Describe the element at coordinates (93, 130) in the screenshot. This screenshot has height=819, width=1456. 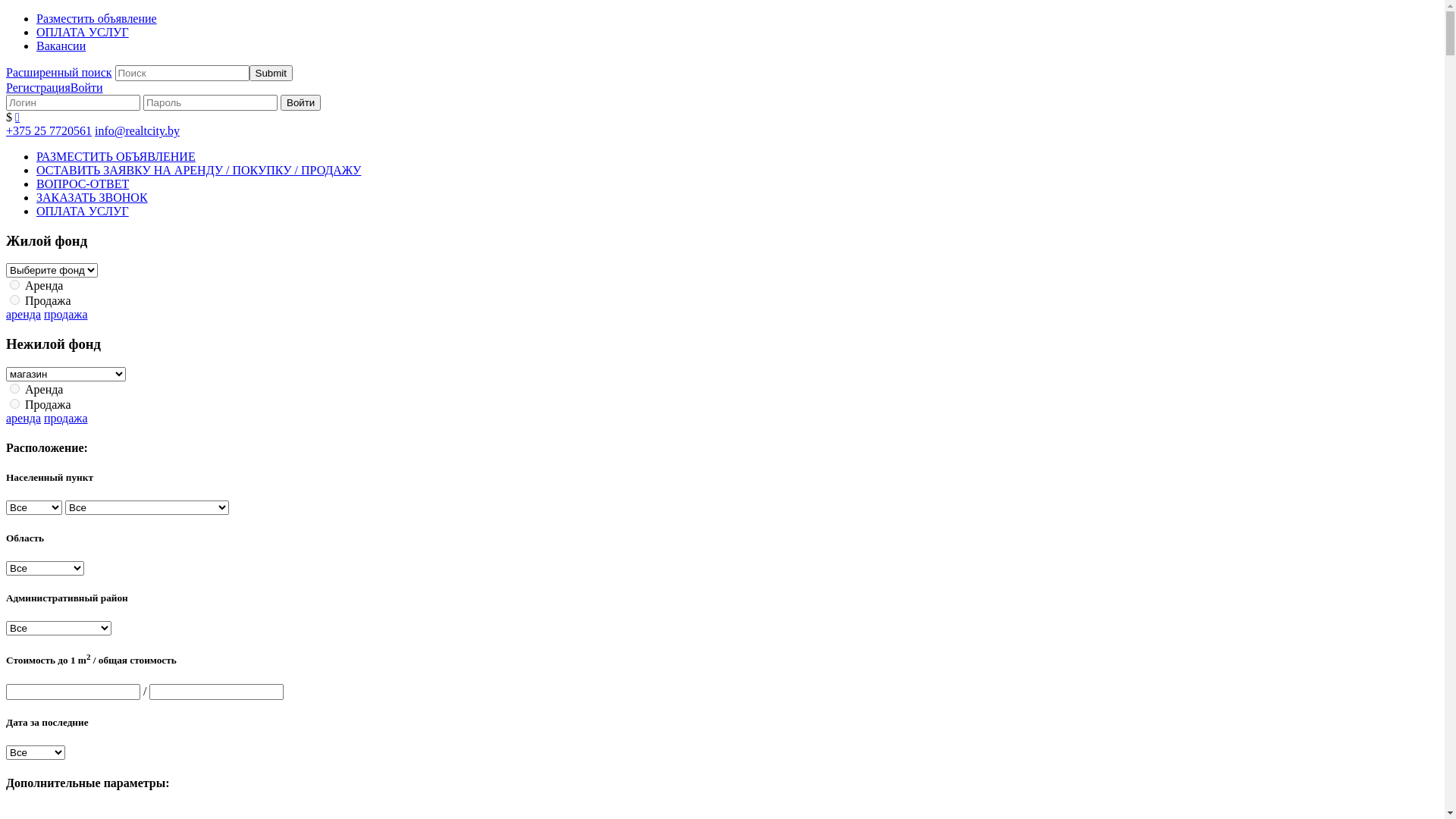
I see `'info@realtcity.by'` at that location.